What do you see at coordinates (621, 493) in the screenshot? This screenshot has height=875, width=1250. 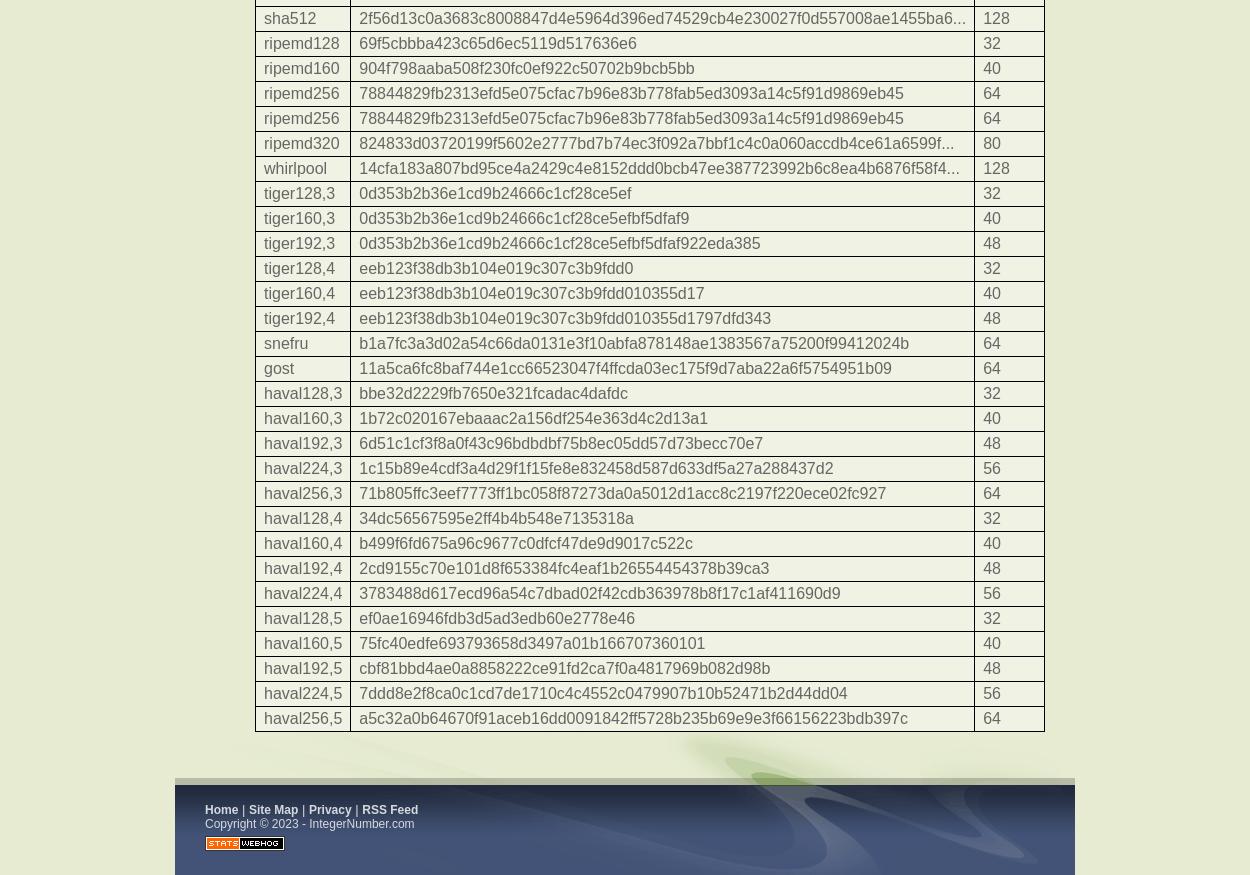 I see `'71b805ffc3eef7773ff1bc058f87273da0a5012d1acc8c2197f220ece02fc927'` at bounding box center [621, 493].